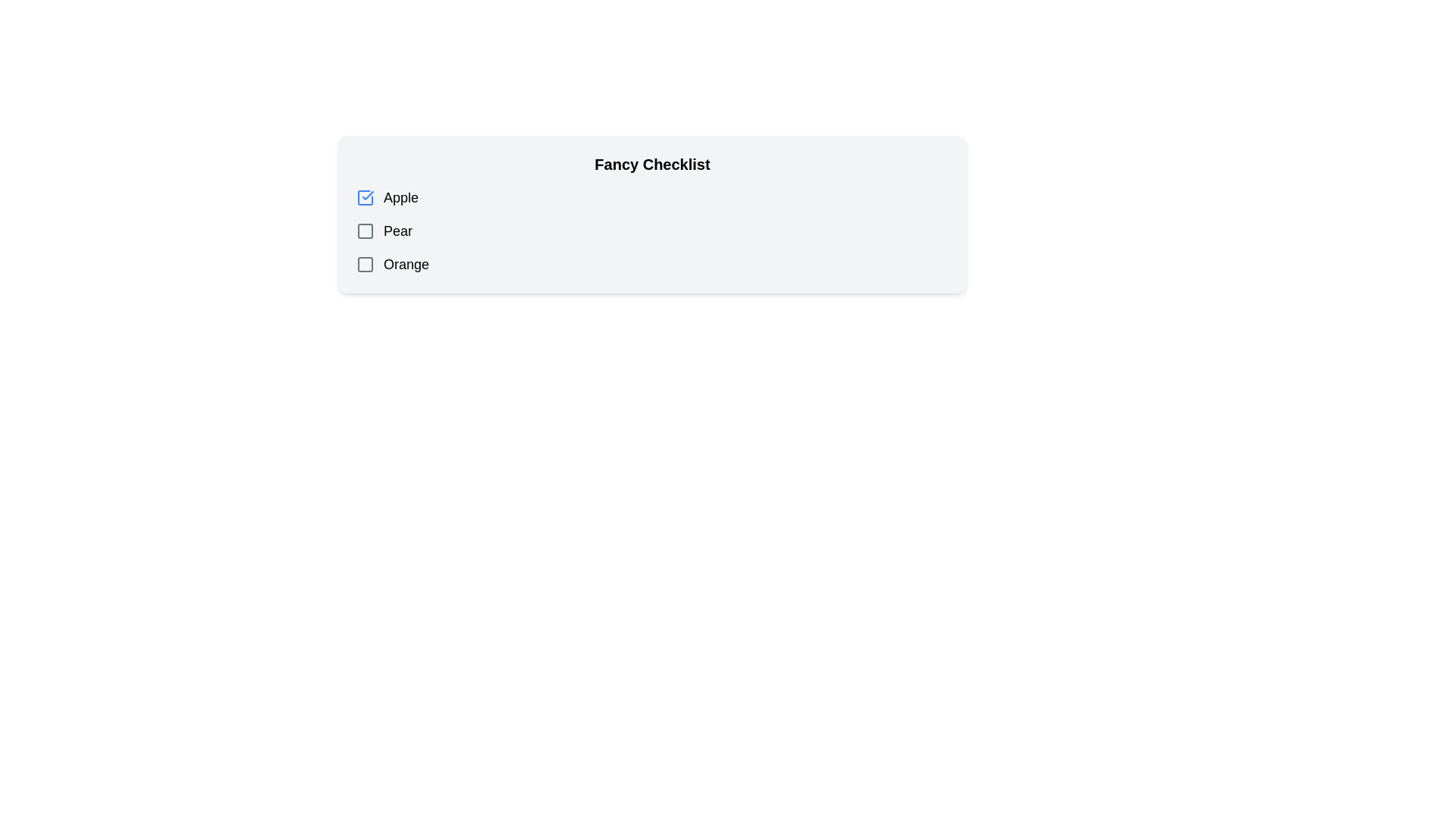 The width and height of the screenshot is (1456, 819). Describe the element at coordinates (365, 231) in the screenshot. I see `the checkbox for the item 'Pear' in the 'Fancy Checklist' to receive potential visual feedback` at that location.